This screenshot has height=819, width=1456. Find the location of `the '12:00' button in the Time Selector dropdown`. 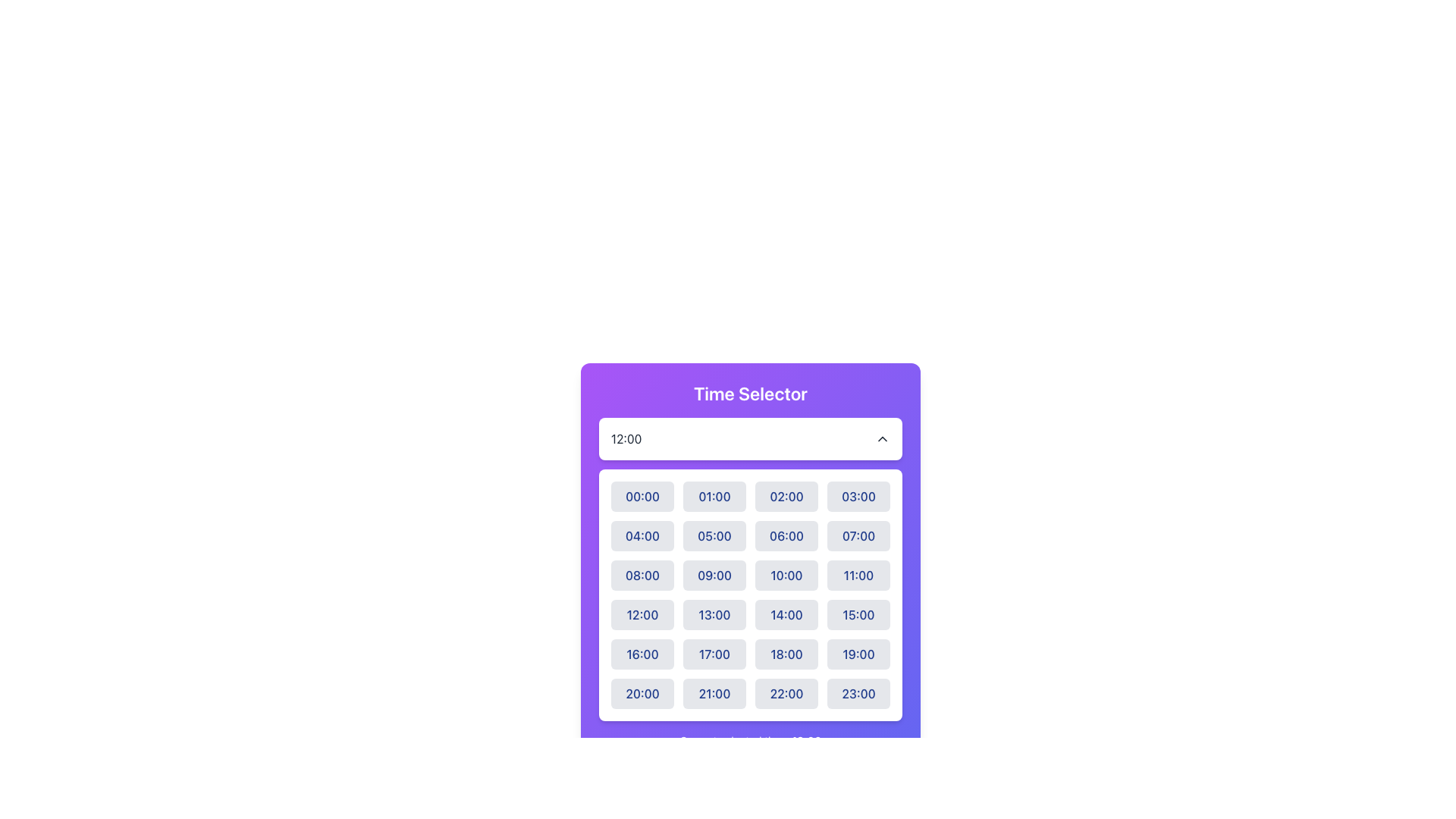

the '12:00' button in the Time Selector dropdown is located at coordinates (642, 614).